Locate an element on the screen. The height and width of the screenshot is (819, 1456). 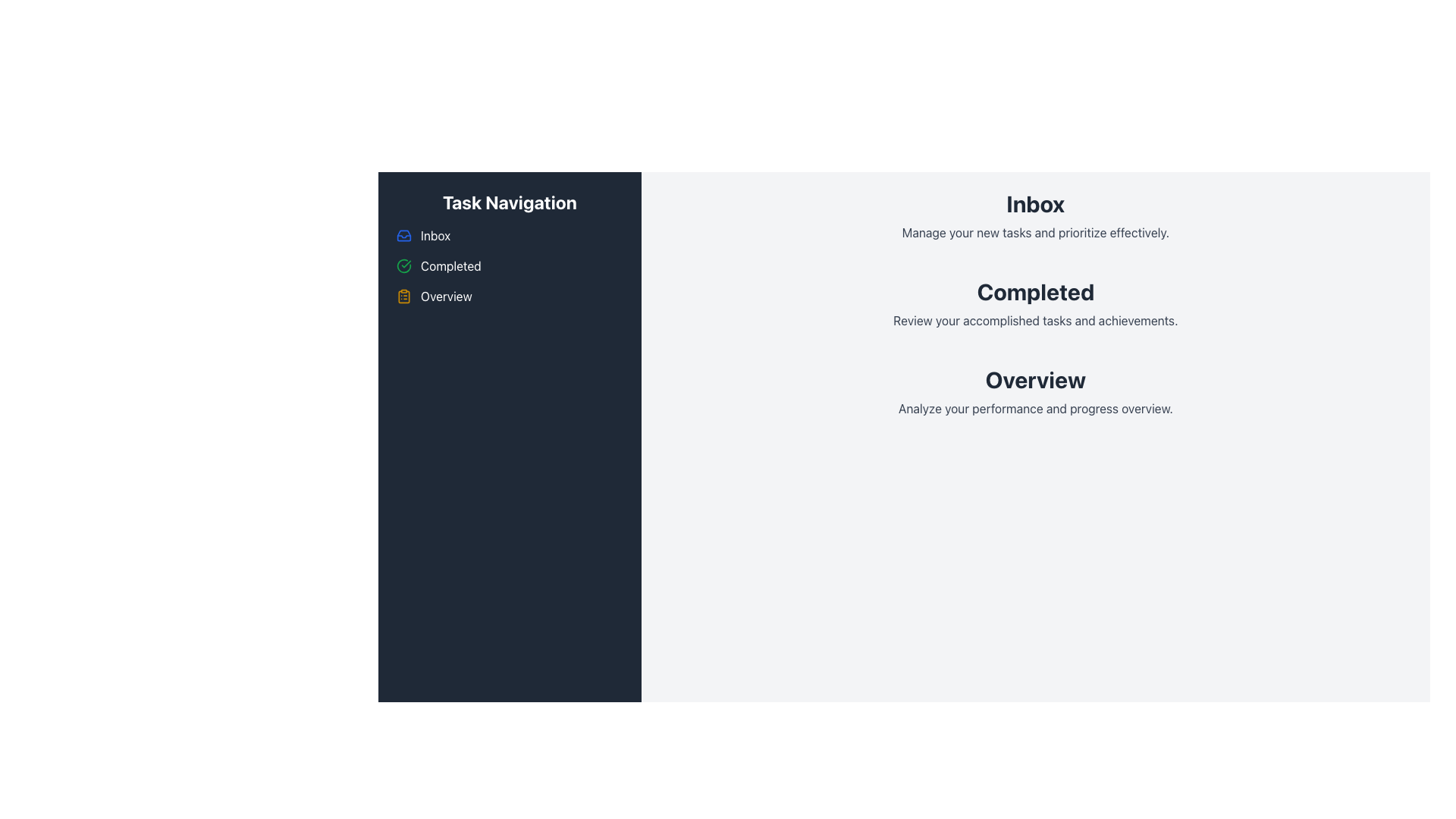
the Text Label that serves as the title for the left-hand navigation panel, positioned above the navigation links is located at coordinates (510, 201).